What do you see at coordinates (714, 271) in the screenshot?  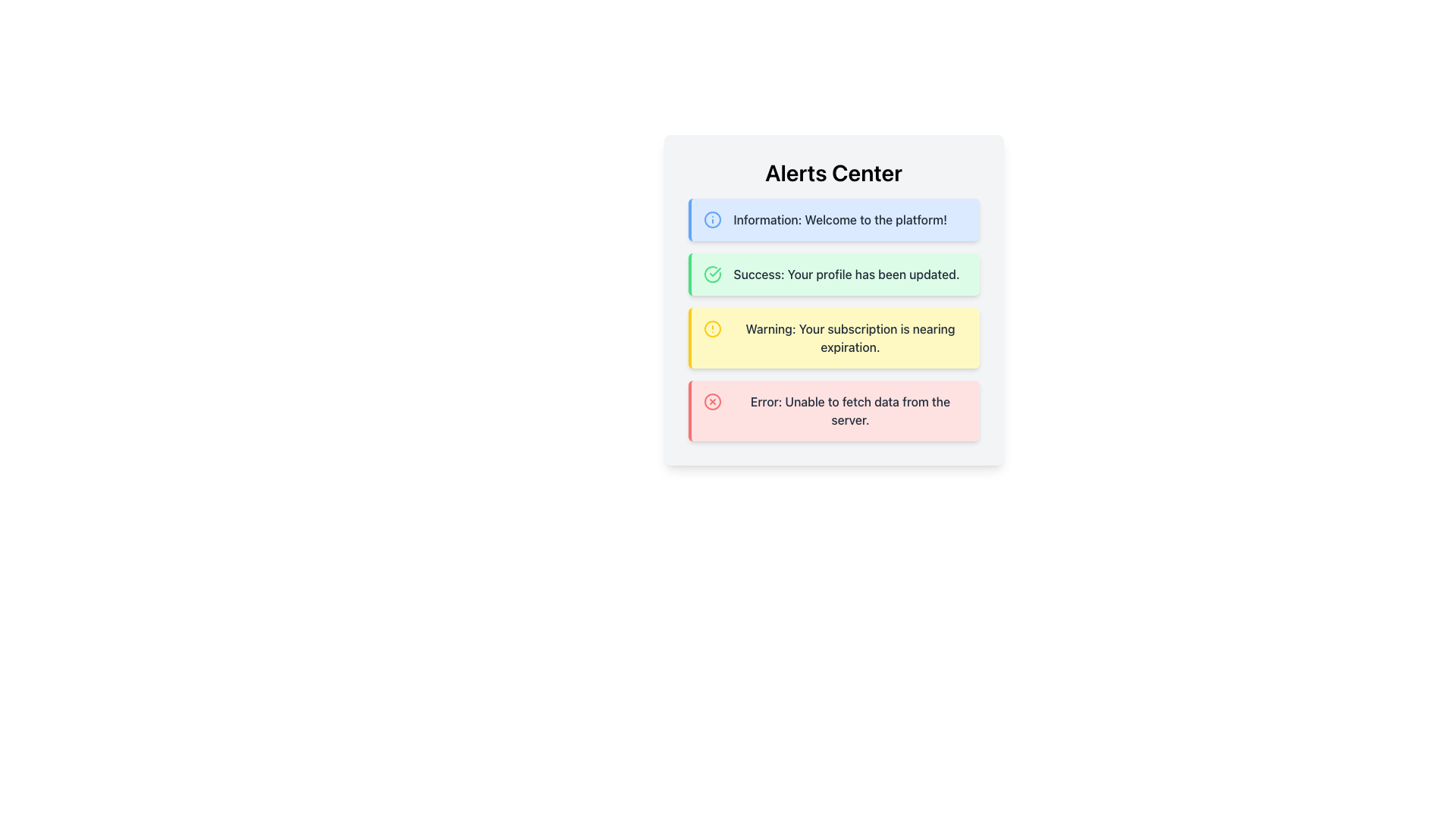 I see `the success icon, which is a smaller checkmark inside a circular icon located on the left of the 'Success: Your profile has been updated.' notification, the second item in the alerts list` at bounding box center [714, 271].